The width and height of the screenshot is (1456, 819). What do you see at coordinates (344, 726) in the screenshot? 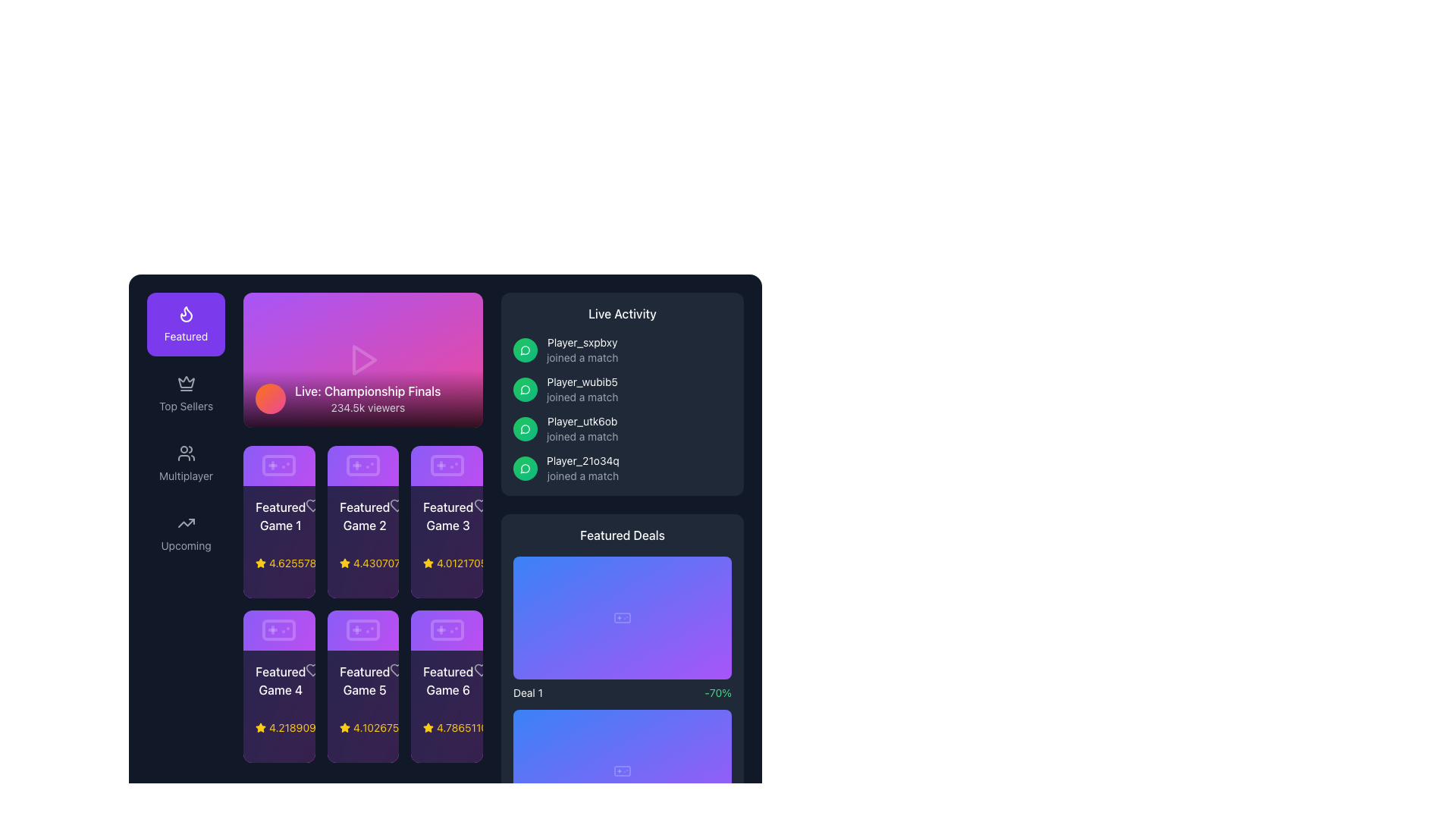
I see `the rating represented by the yellow star-shaped icon located in the second column of the second row under the 'Featured Games' section` at bounding box center [344, 726].